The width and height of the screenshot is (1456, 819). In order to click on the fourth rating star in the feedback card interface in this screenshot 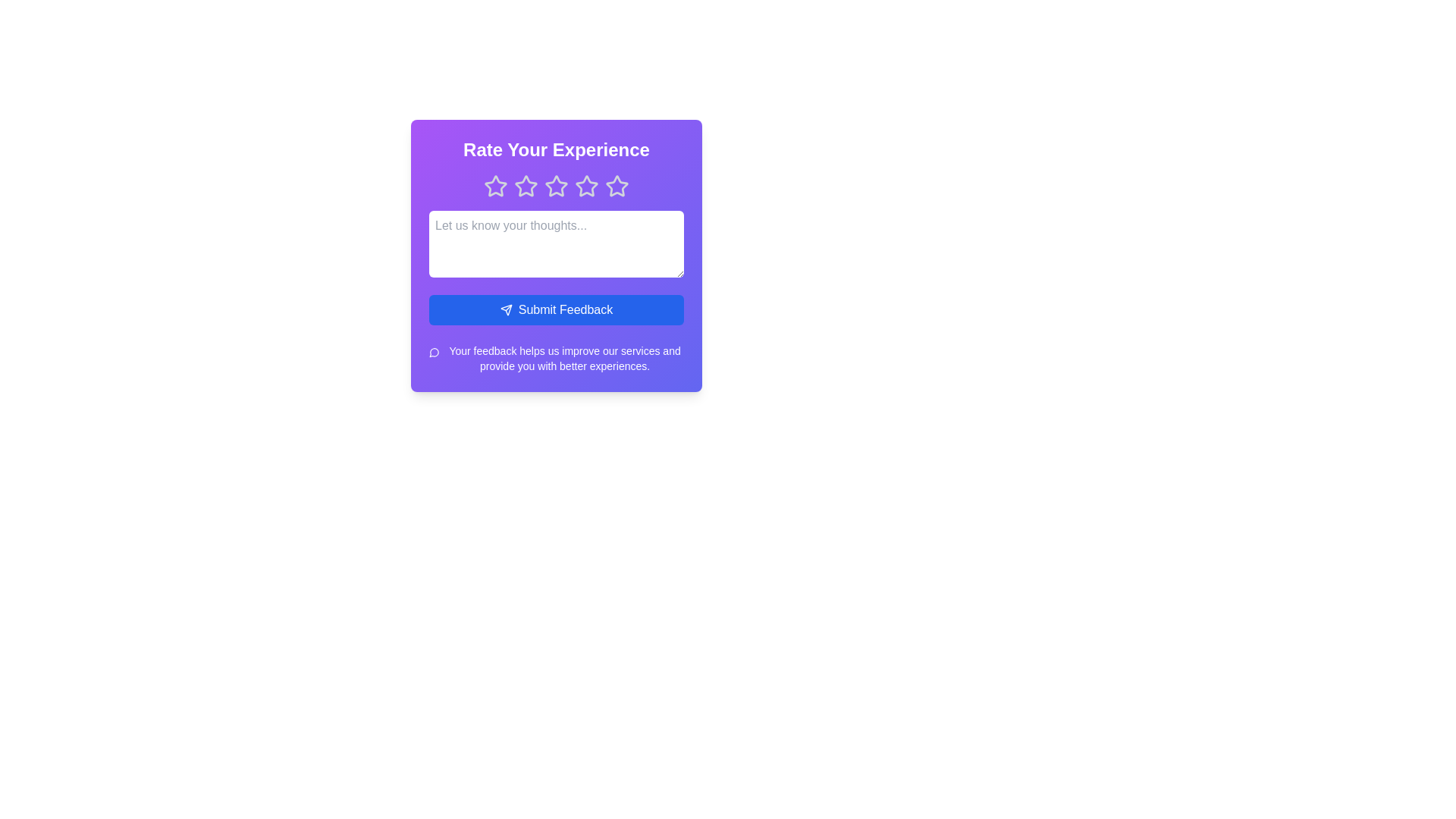, I will do `click(585, 186)`.